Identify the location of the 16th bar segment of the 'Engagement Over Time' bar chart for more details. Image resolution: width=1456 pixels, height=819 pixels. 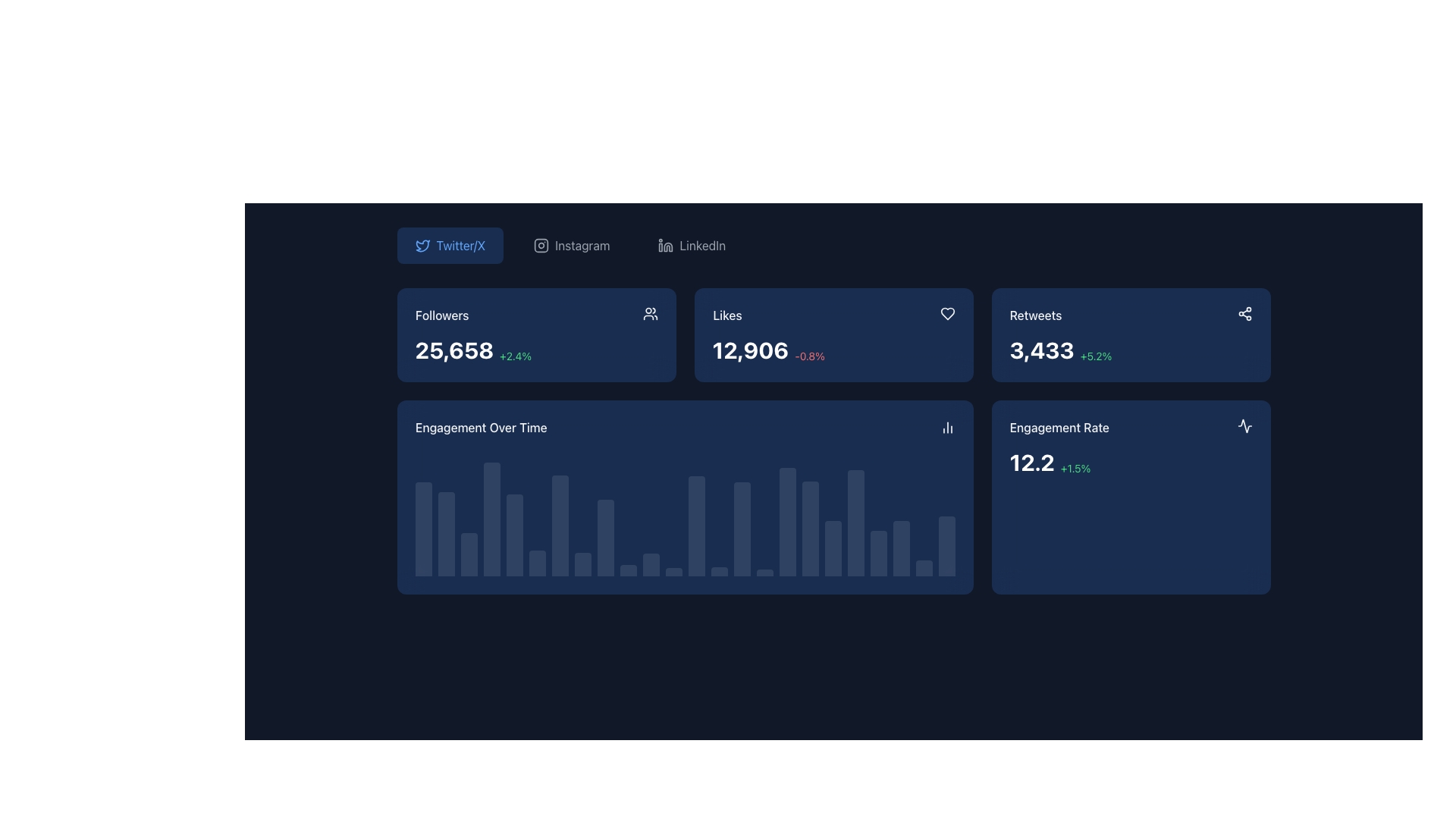
(764, 573).